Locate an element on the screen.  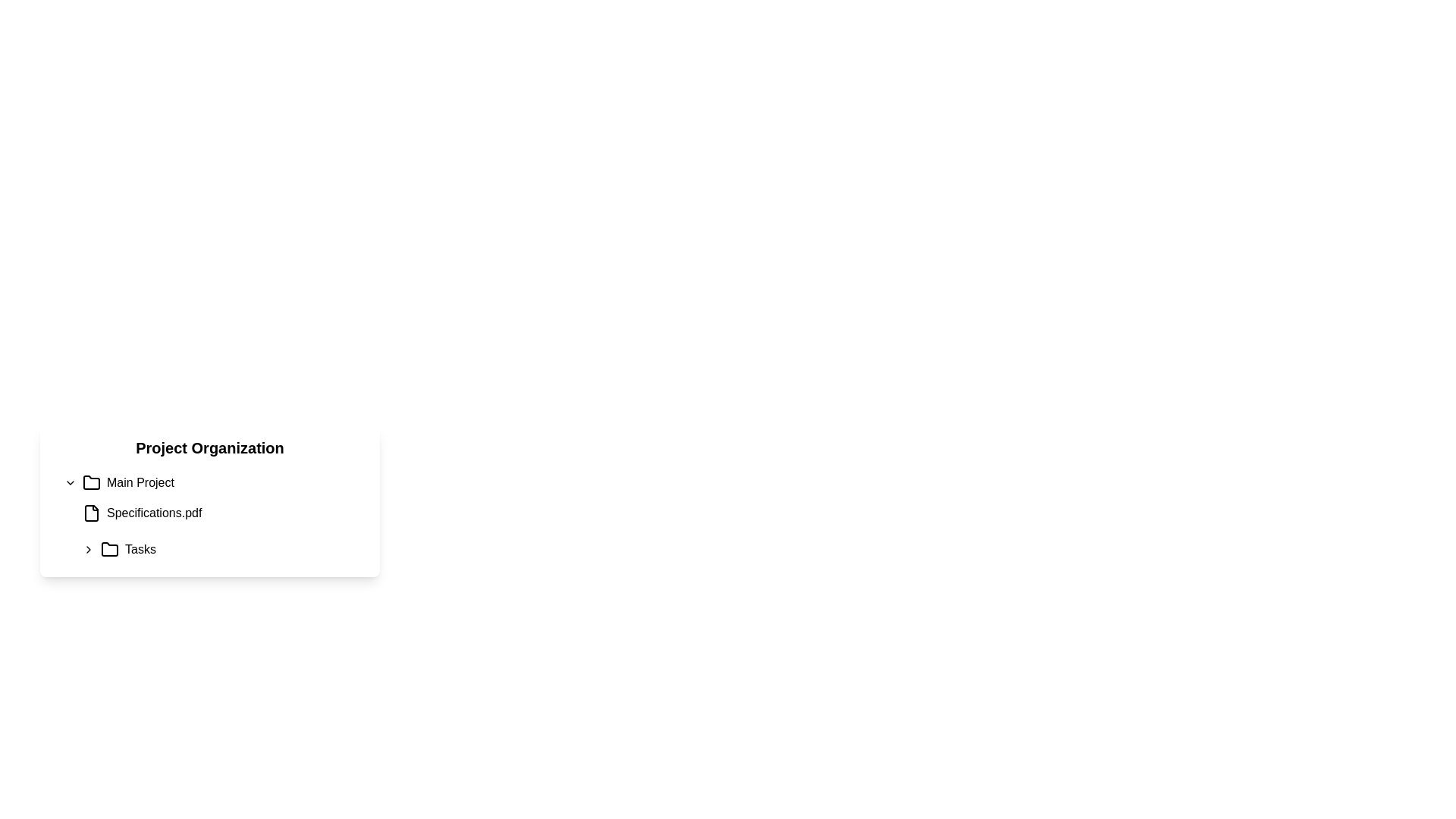
the 'Main Project' expandable folder label at the top of the list for keyboard navigation is located at coordinates (212, 482).